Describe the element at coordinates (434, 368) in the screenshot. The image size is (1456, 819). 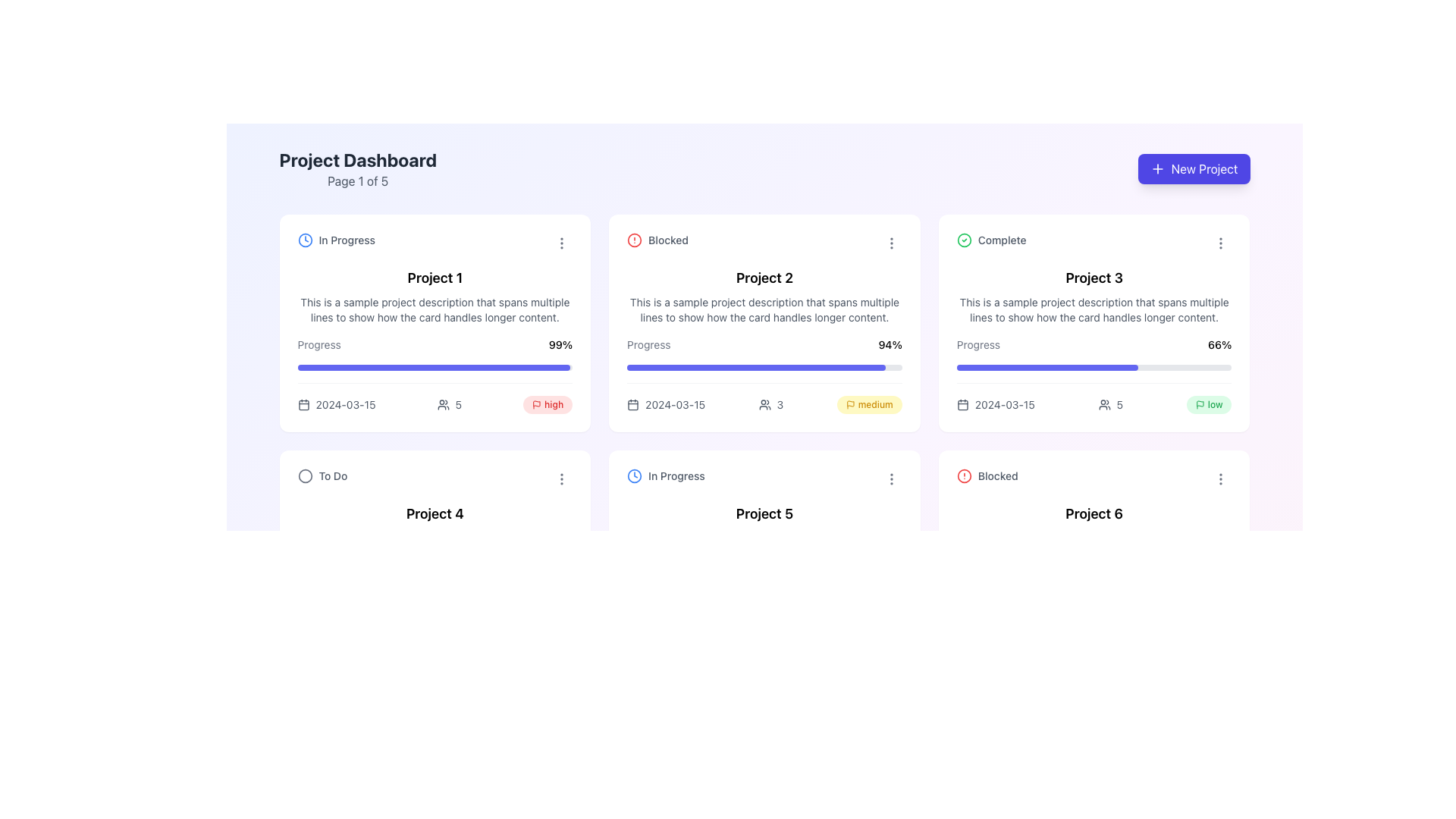
I see `the horizontal progress bar indicating 99% completion for 'Project 1', located below the text 'Progress 99%'` at that location.